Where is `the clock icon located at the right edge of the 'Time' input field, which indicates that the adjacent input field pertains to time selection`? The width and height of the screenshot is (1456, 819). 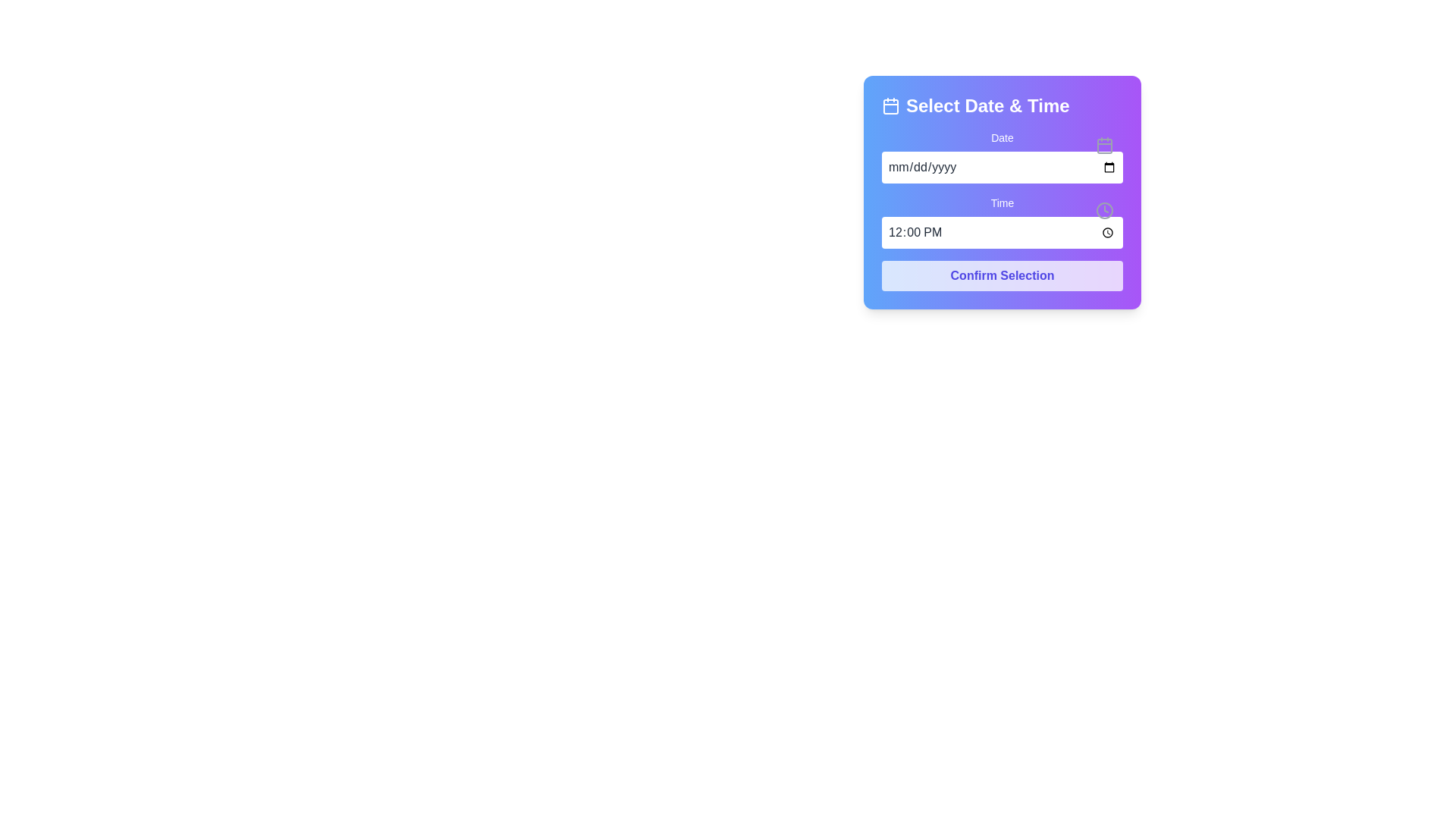 the clock icon located at the right edge of the 'Time' input field, which indicates that the adjacent input field pertains to time selection is located at coordinates (1105, 210).